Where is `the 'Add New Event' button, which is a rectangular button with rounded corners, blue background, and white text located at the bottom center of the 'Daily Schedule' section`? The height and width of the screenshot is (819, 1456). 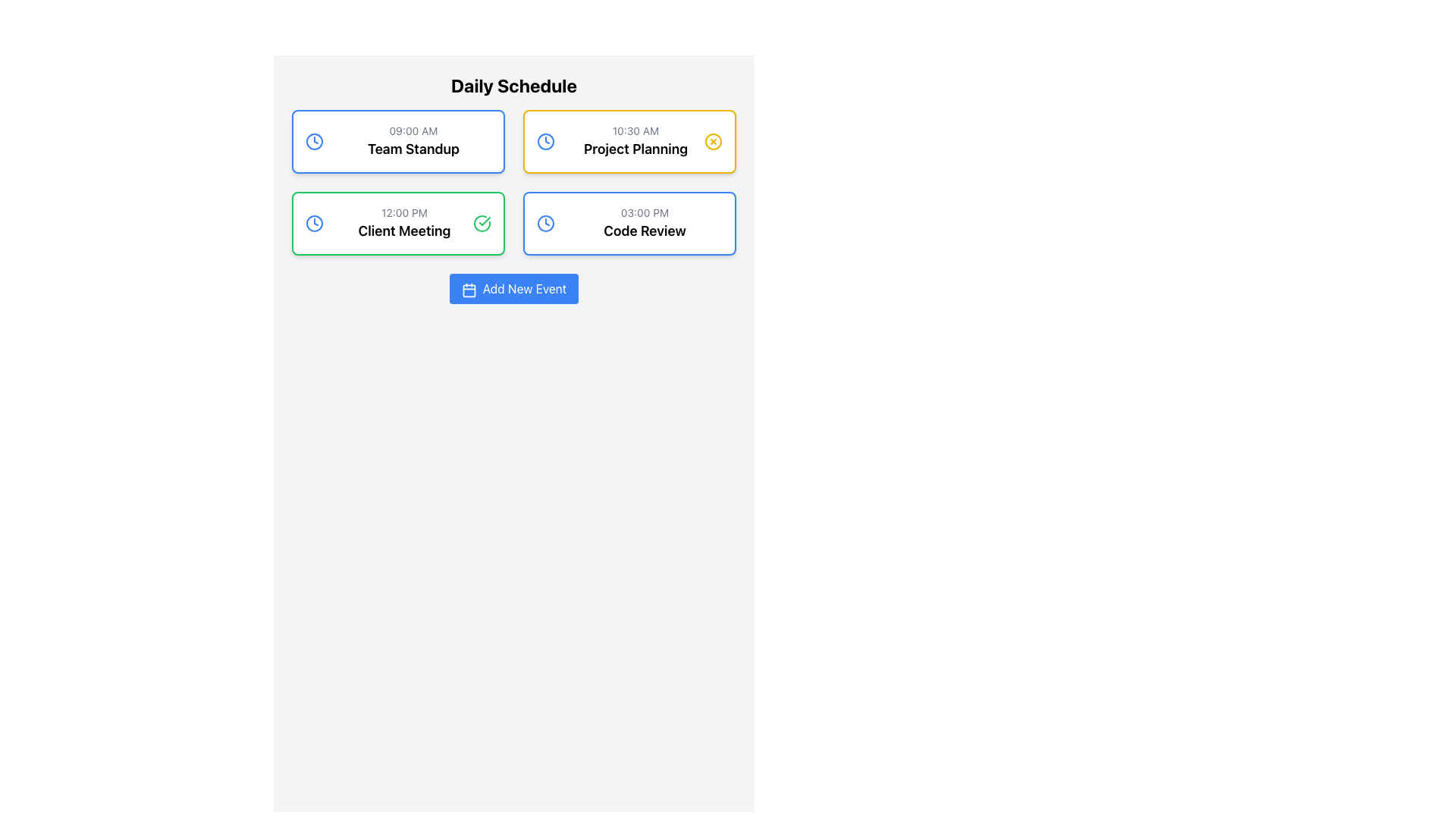
the 'Add New Event' button, which is a rectangular button with rounded corners, blue background, and white text located at the bottom center of the 'Daily Schedule' section is located at coordinates (513, 289).